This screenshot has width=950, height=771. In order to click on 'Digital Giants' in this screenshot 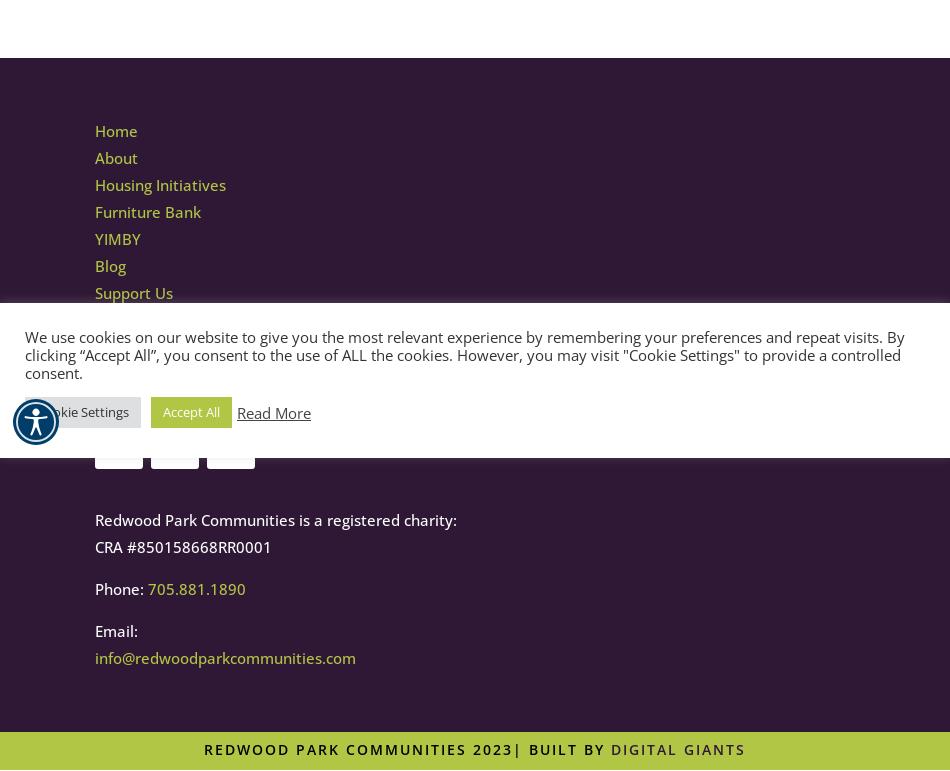, I will do `click(611, 748)`.